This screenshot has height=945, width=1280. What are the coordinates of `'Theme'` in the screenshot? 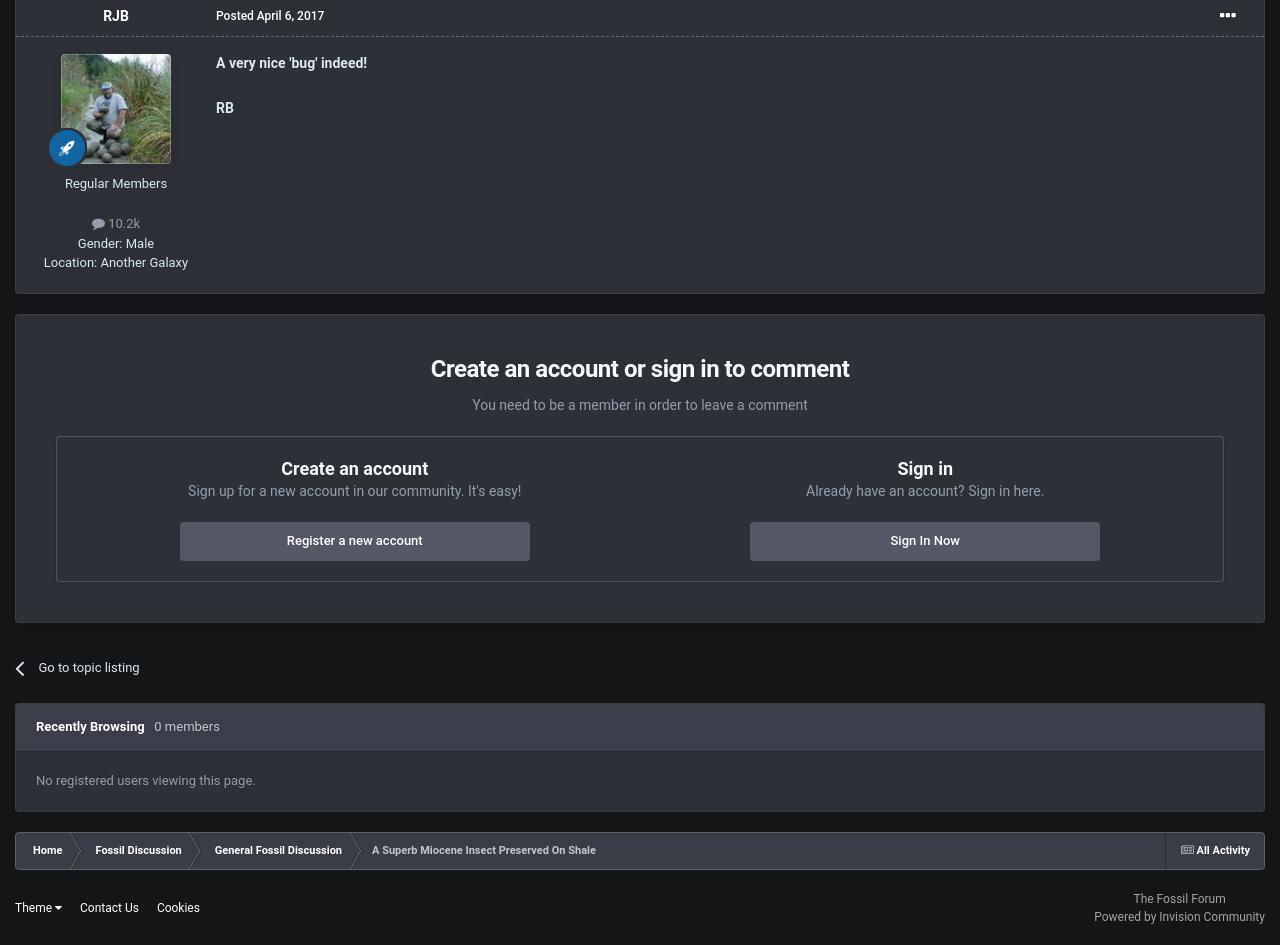 It's located at (34, 906).